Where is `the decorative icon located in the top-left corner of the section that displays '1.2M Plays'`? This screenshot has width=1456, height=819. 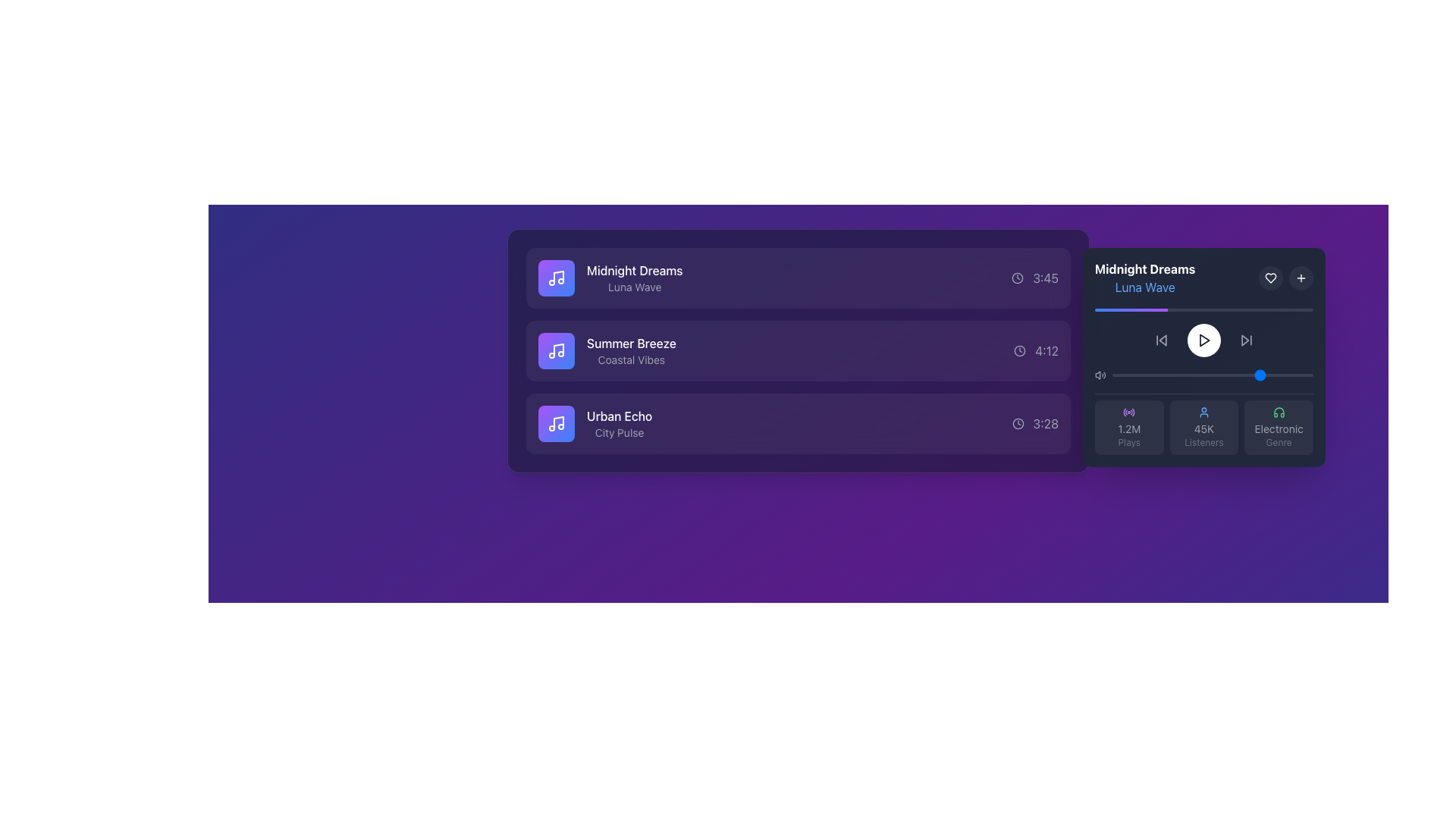 the decorative icon located in the top-left corner of the section that displays '1.2M Plays' is located at coordinates (1129, 412).